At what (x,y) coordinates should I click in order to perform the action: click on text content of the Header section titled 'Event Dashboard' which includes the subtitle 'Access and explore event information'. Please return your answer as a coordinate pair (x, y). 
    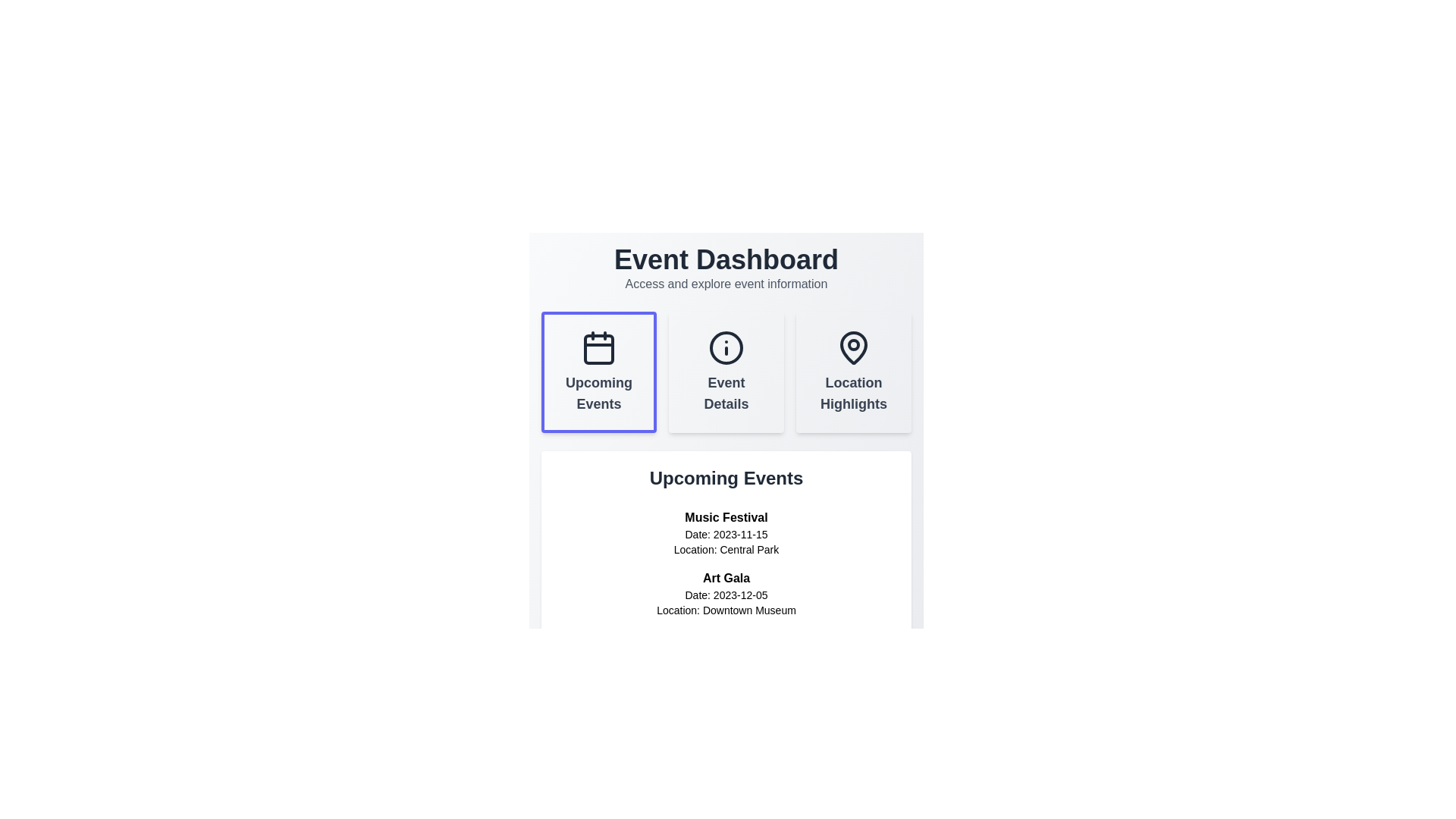
    Looking at the image, I should click on (726, 268).